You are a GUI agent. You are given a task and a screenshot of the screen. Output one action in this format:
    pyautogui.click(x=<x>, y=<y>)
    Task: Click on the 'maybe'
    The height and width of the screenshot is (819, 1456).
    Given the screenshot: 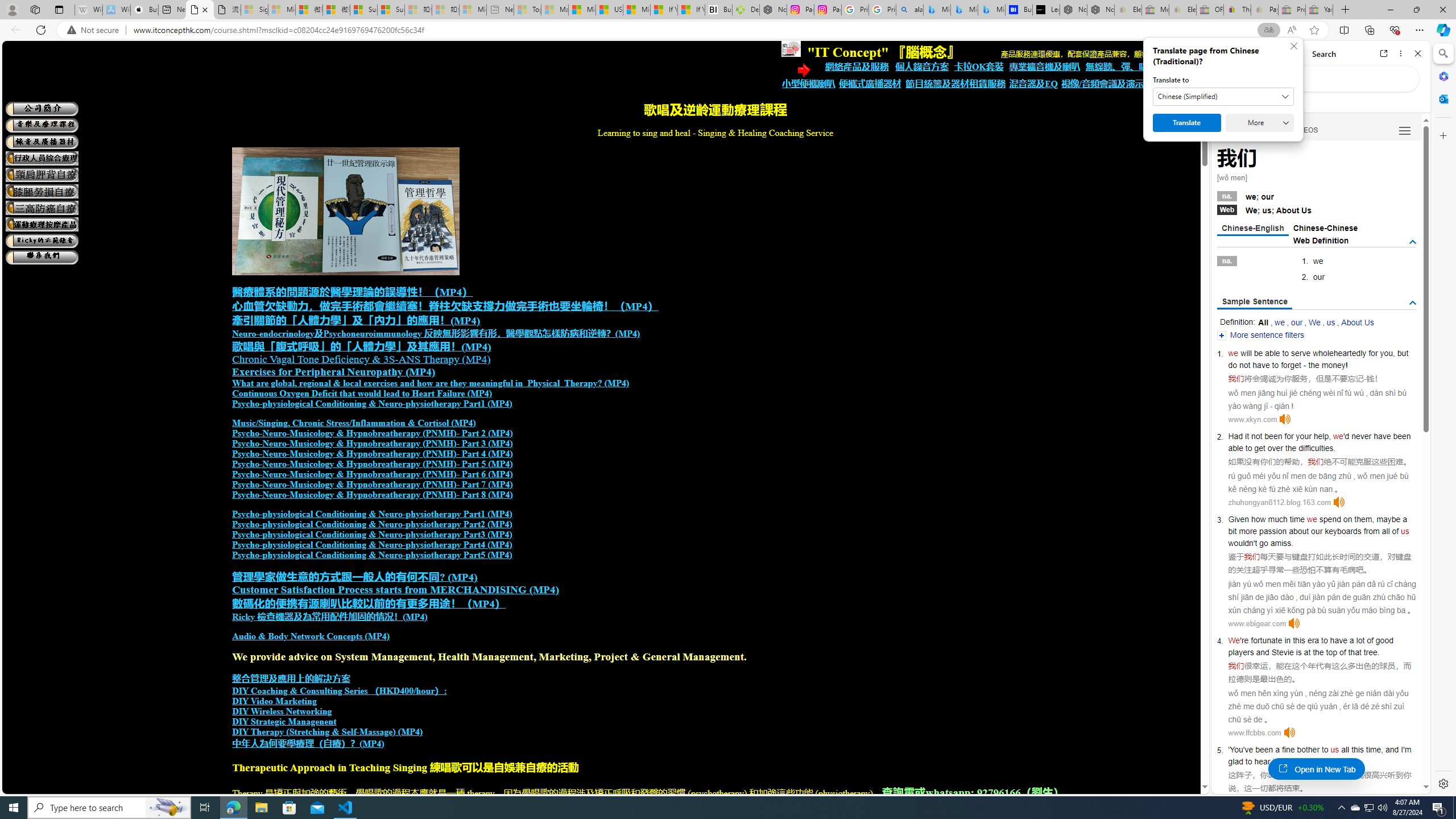 What is the action you would take?
    pyautogui.click(x=1387, y=518)
    